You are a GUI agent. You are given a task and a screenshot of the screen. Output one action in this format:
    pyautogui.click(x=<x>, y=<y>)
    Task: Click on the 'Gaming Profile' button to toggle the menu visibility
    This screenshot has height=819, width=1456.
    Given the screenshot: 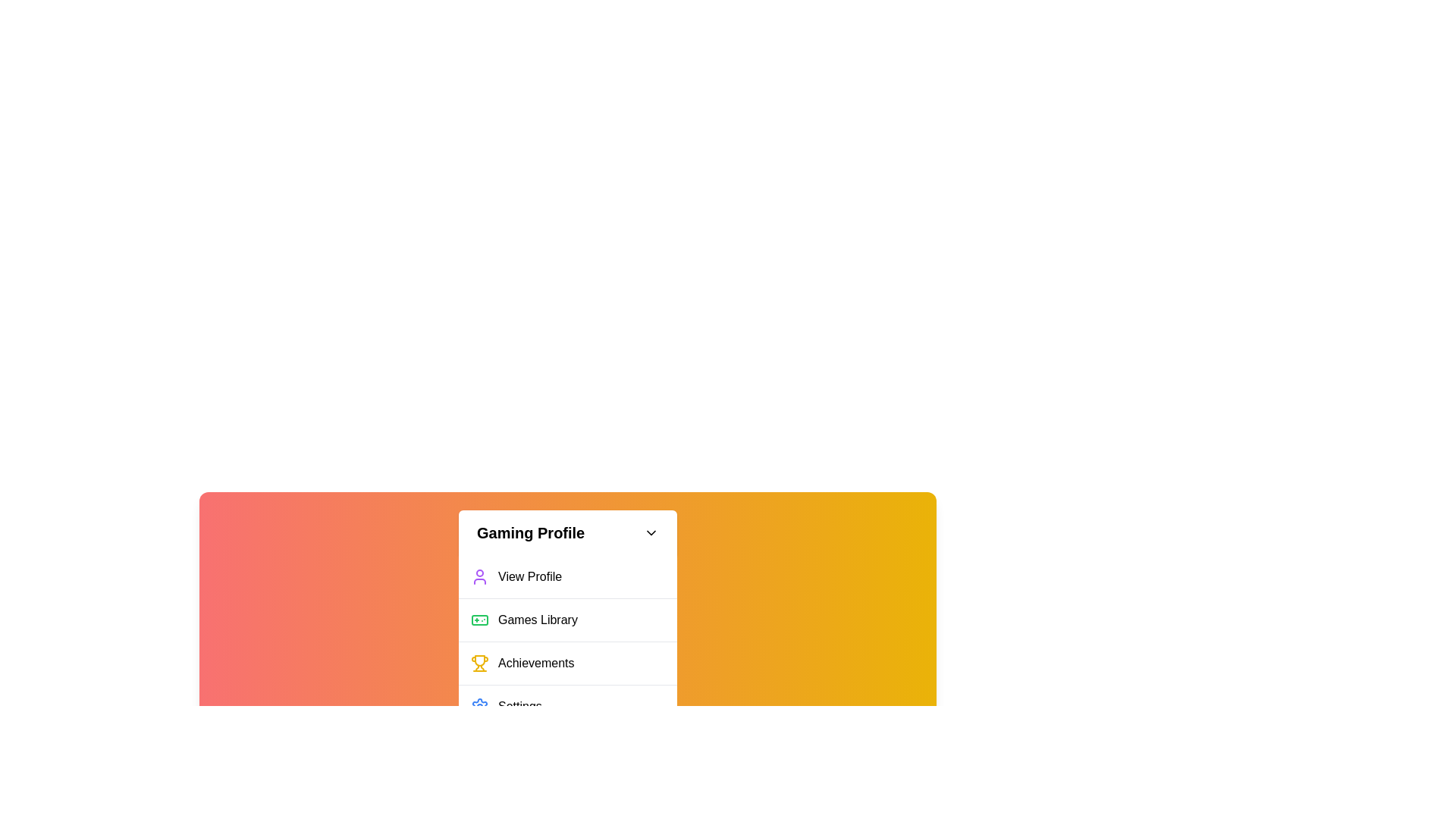 What is the action you would take?
    pyautogui.click(x=566, y=532)
    